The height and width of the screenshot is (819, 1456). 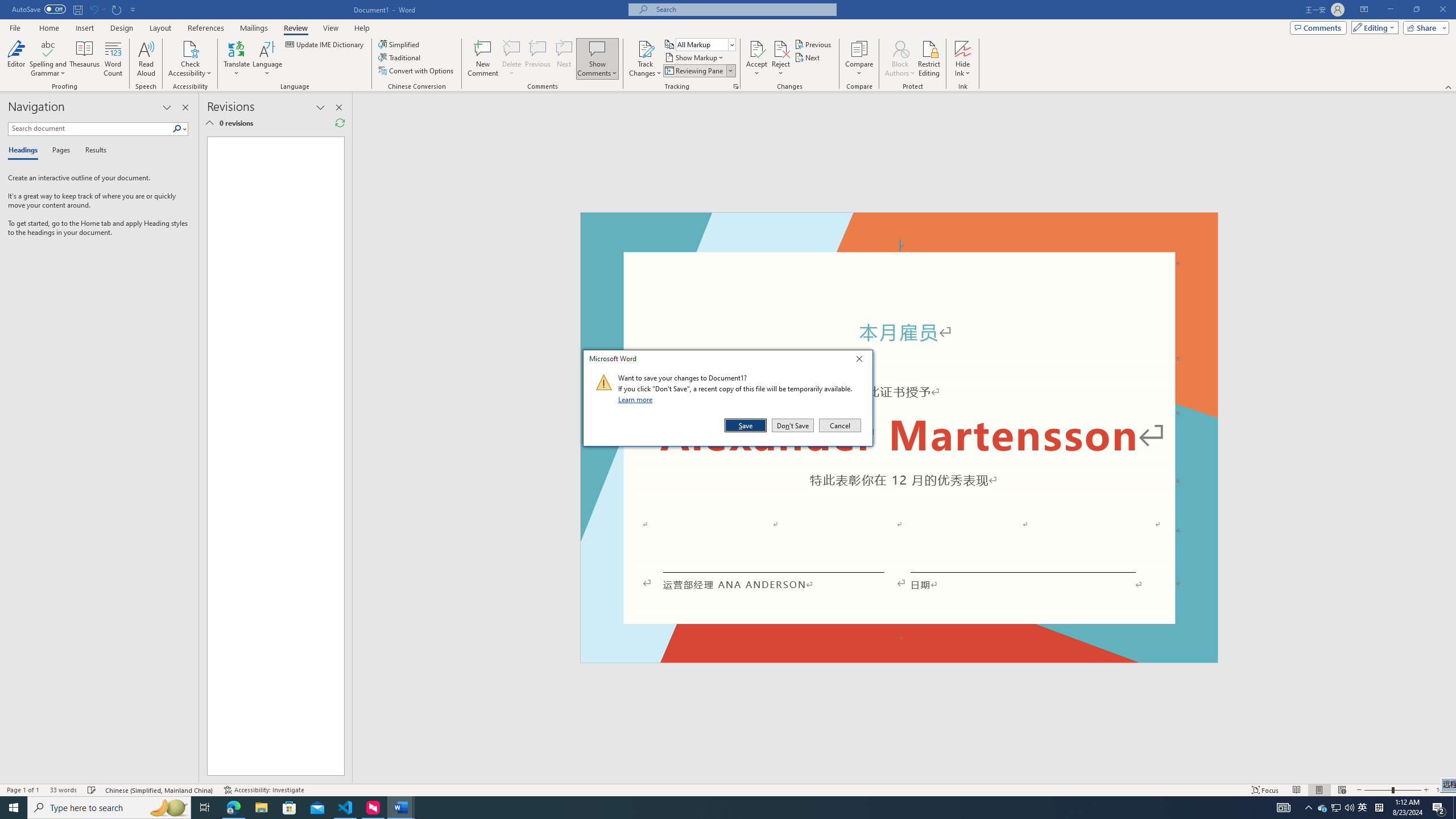 I want to click on 'Spelling and Grammar', so click(x=48, y=59).